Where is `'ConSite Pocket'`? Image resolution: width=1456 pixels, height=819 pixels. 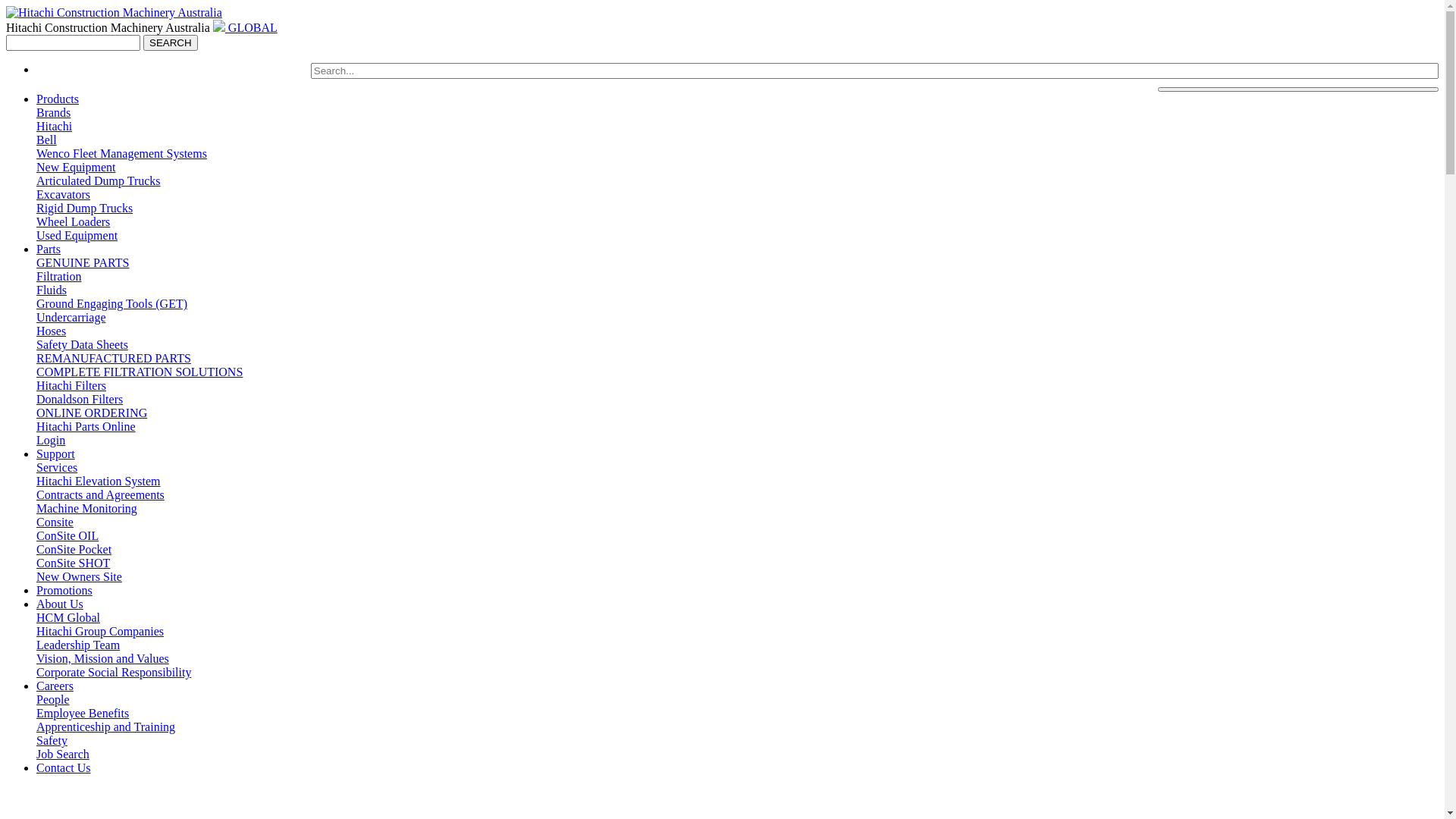
'ConSite Pocket' is located at coordinates (73, 549).